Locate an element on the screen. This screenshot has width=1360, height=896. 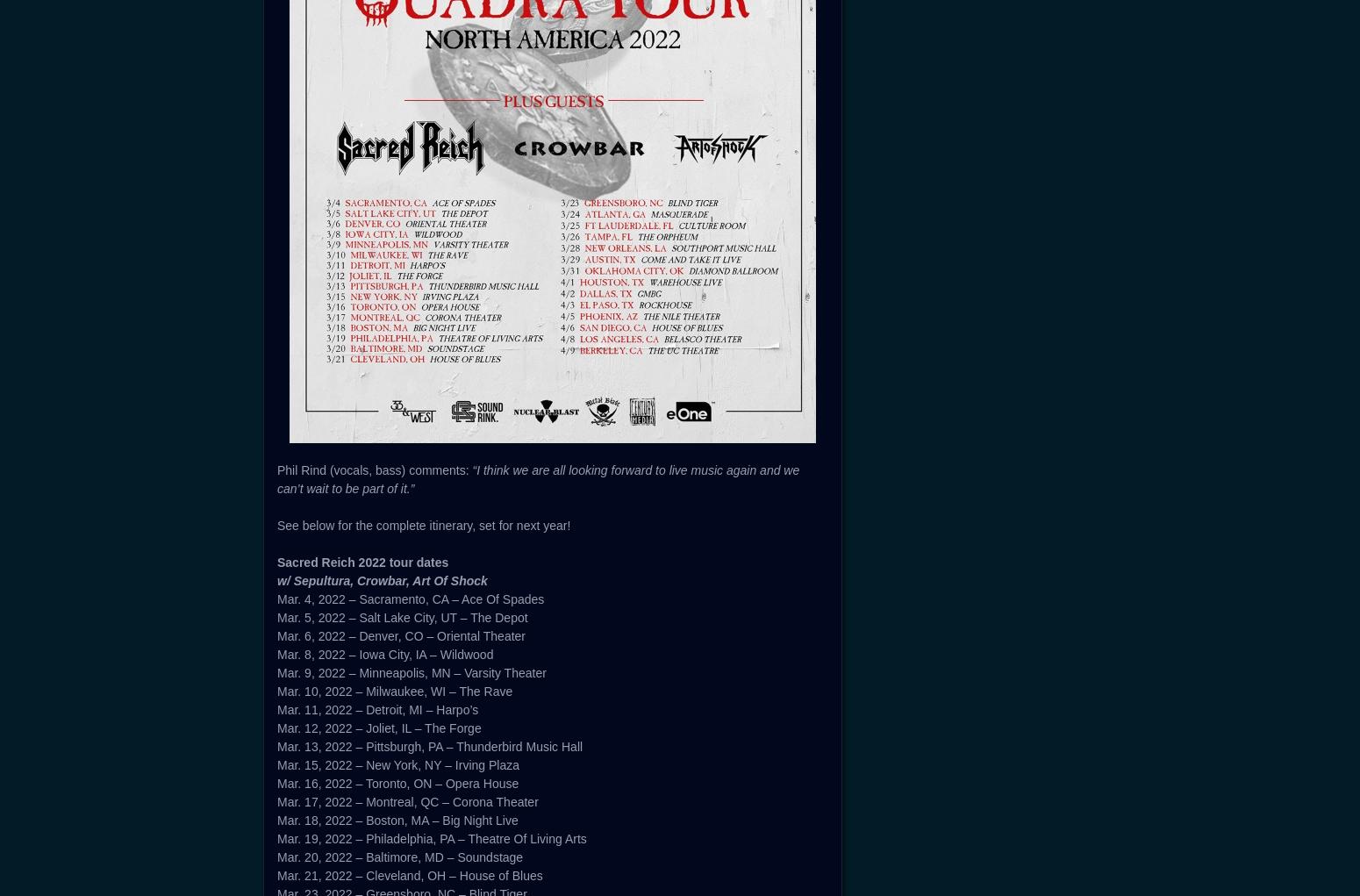
'Mar. 17, 2022 – Montreal, QC – Corona Theater' is located at coordinates (276, 801).